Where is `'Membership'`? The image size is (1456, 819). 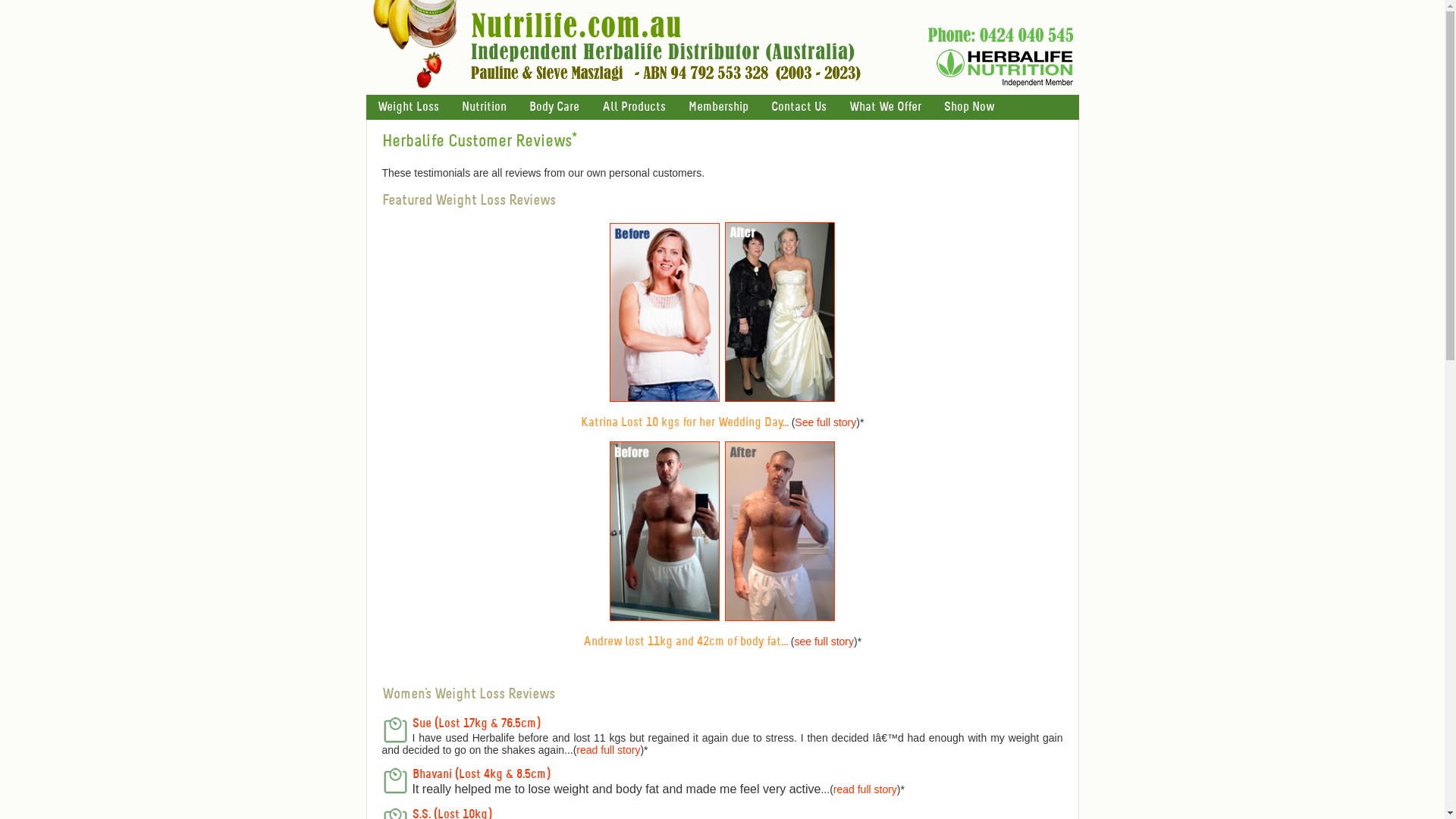 'Membership' is located at coordinates (717, 106).